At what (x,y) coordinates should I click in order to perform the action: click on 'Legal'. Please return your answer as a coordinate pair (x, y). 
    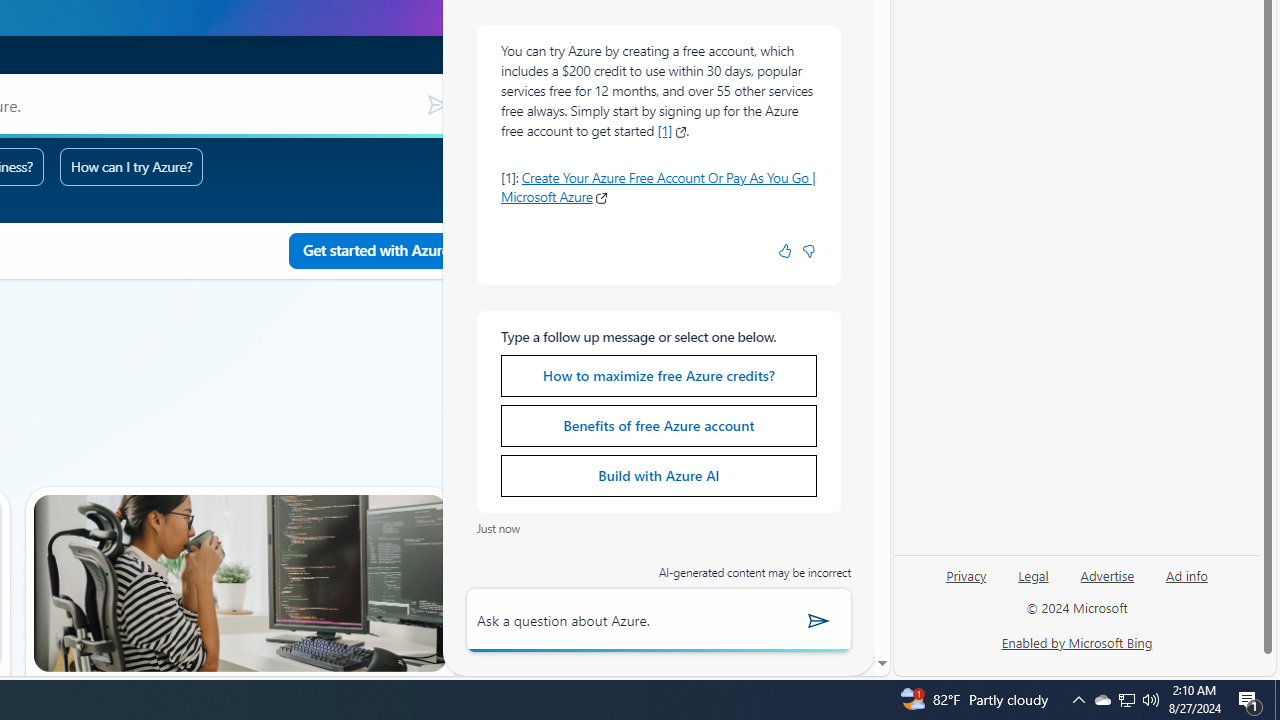
    Looking at the image, I should click on (1033, 583).